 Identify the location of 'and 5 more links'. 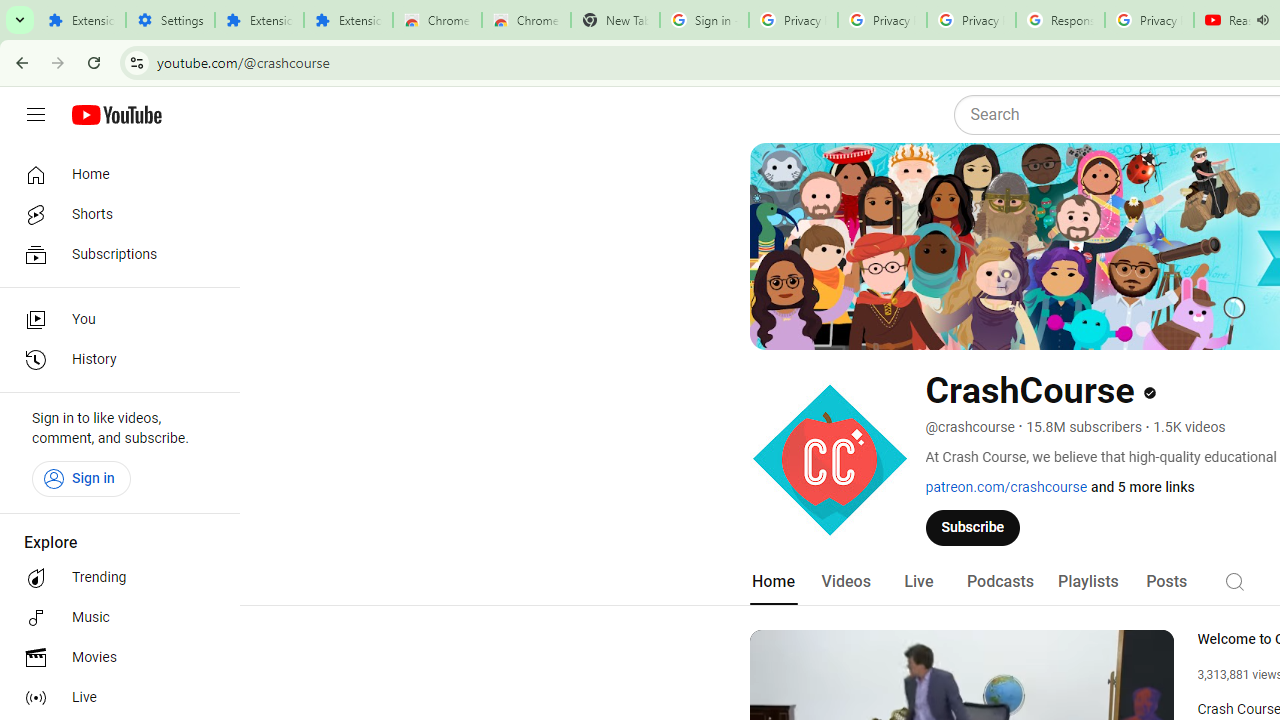
(1143, 487).